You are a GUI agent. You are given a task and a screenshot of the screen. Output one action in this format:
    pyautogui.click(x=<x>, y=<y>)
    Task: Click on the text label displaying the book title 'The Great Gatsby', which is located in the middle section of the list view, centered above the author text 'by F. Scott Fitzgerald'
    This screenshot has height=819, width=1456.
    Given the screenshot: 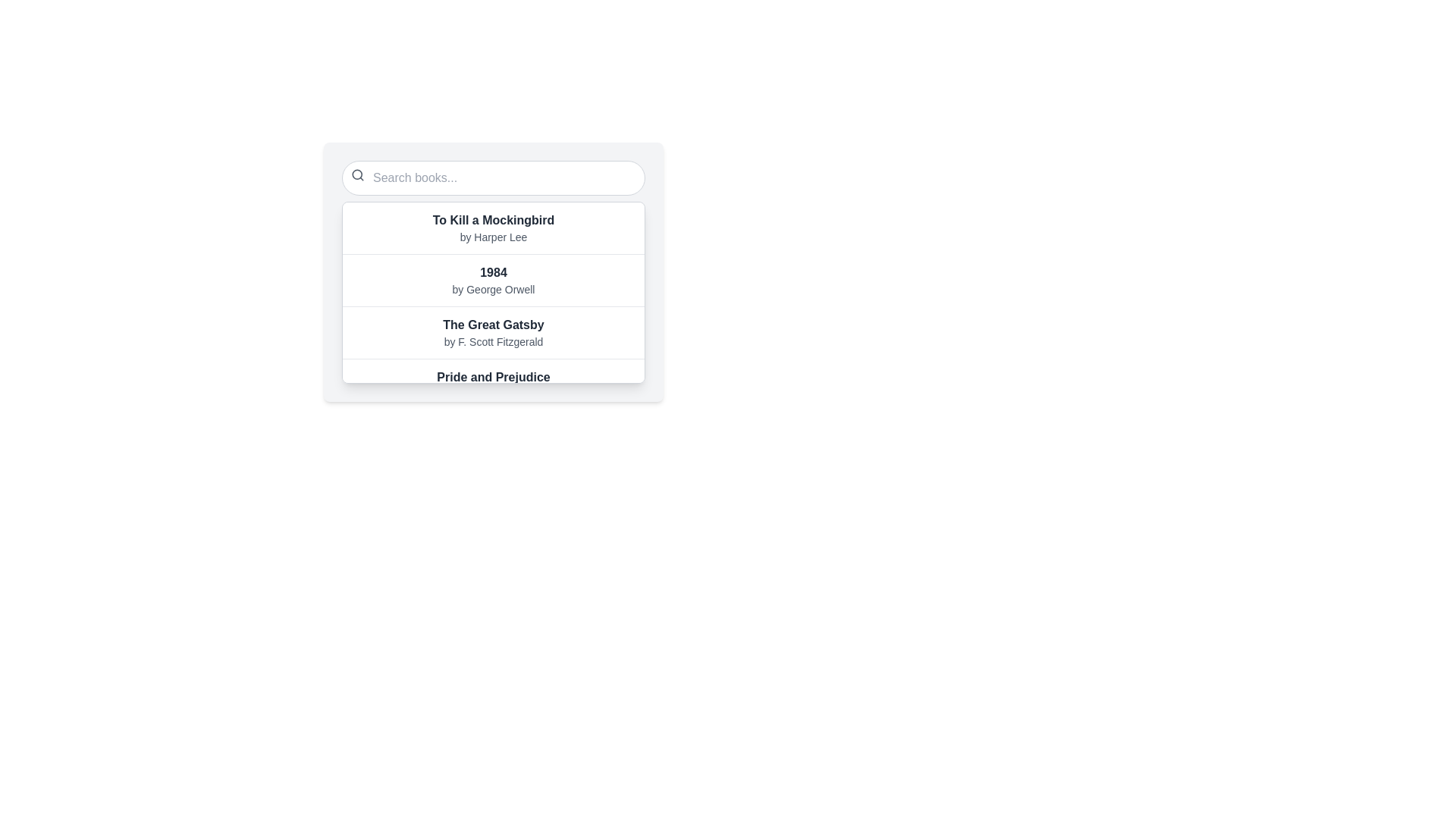 What is the action you would take?
    pyautogui.click(x=494, y=324)
    